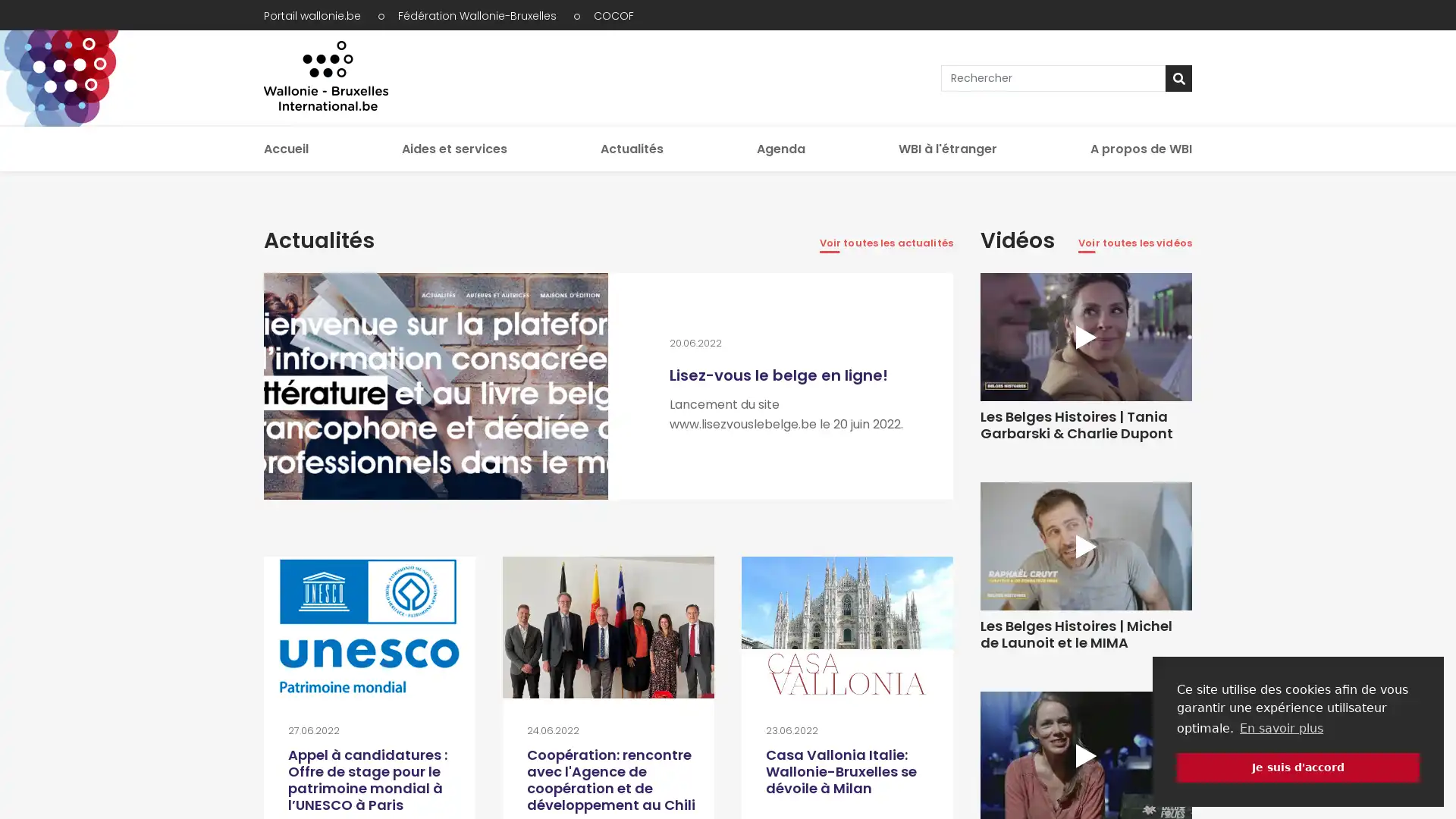 The width and height of the screenshot is (1456, 819). Describe the element at coordinates (1280, 727) in the screenshot. I see `learn more about cookies` at that location.